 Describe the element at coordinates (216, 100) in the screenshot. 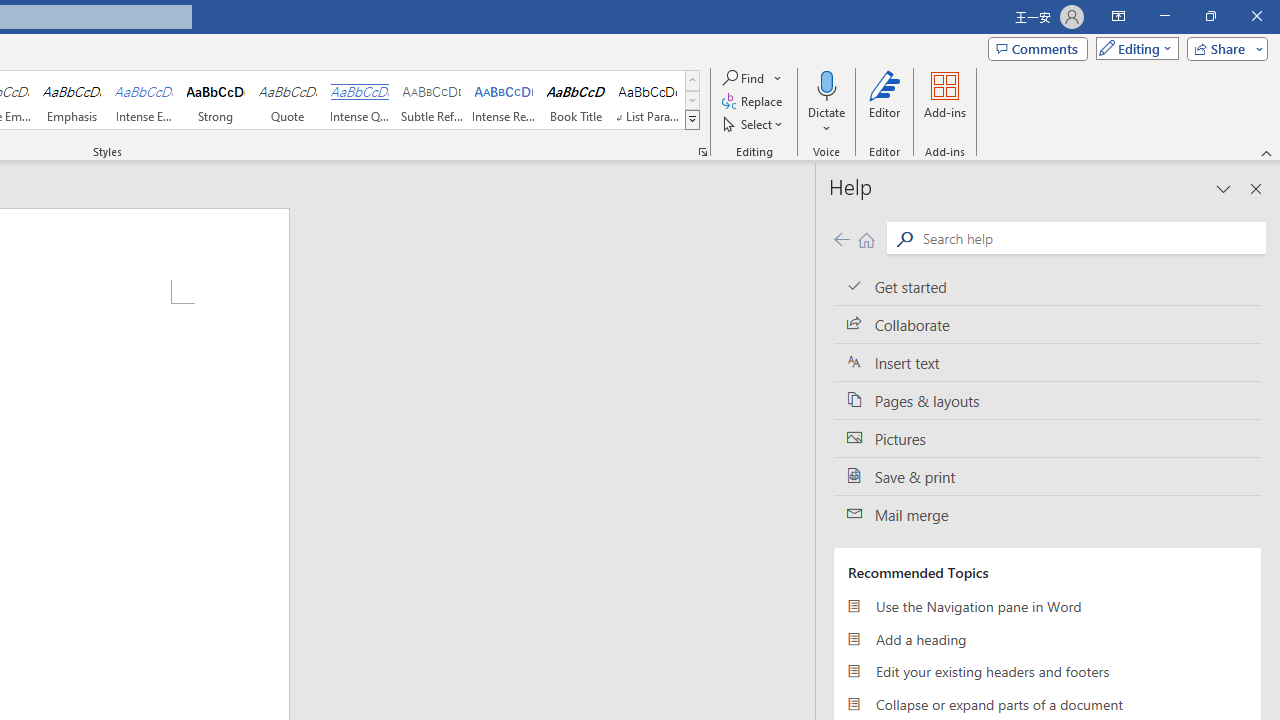

I see `'Strong'` at that location.